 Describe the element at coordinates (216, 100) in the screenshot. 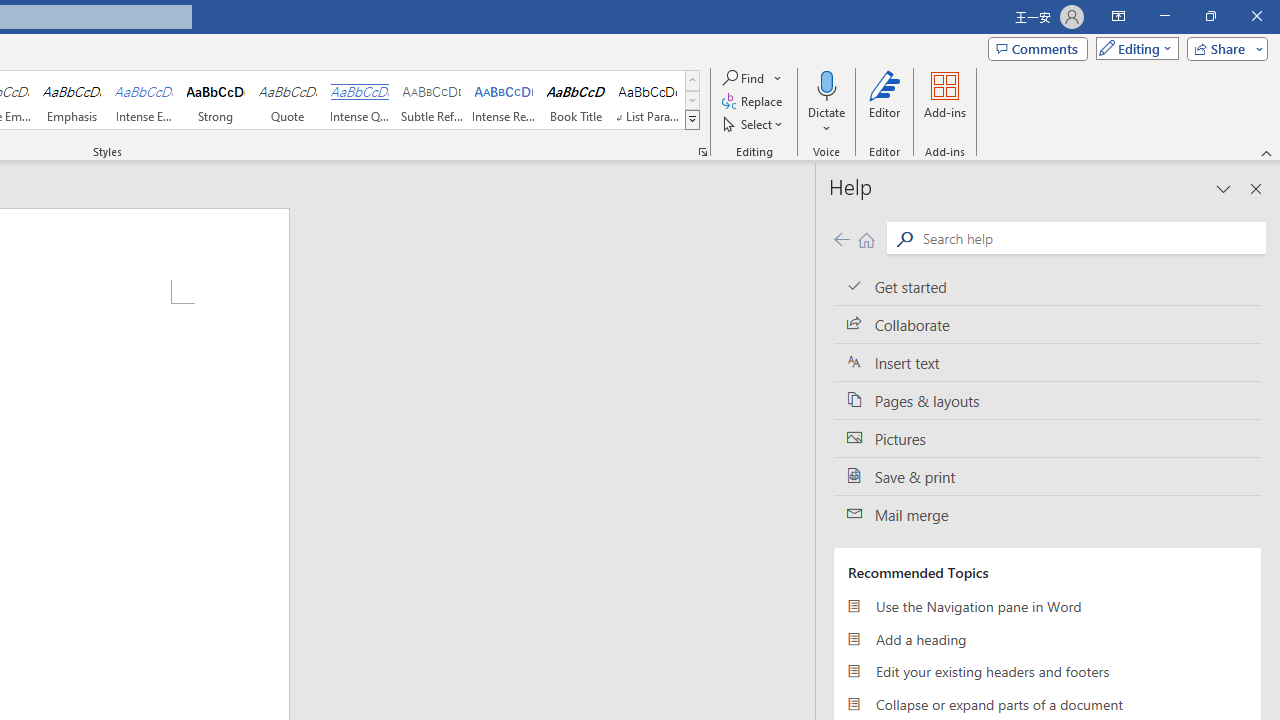

I see `'Strong'` at that location.